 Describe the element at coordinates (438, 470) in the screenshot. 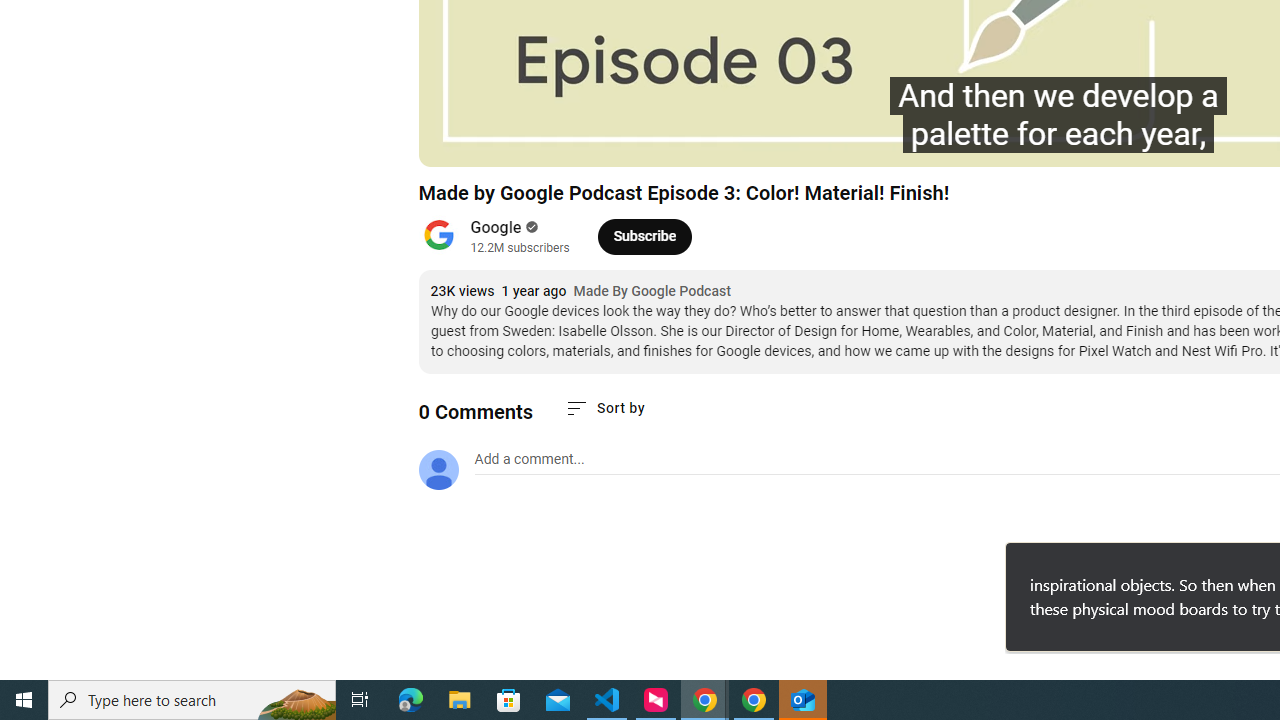

I see `'Default profile photo'` at that location.